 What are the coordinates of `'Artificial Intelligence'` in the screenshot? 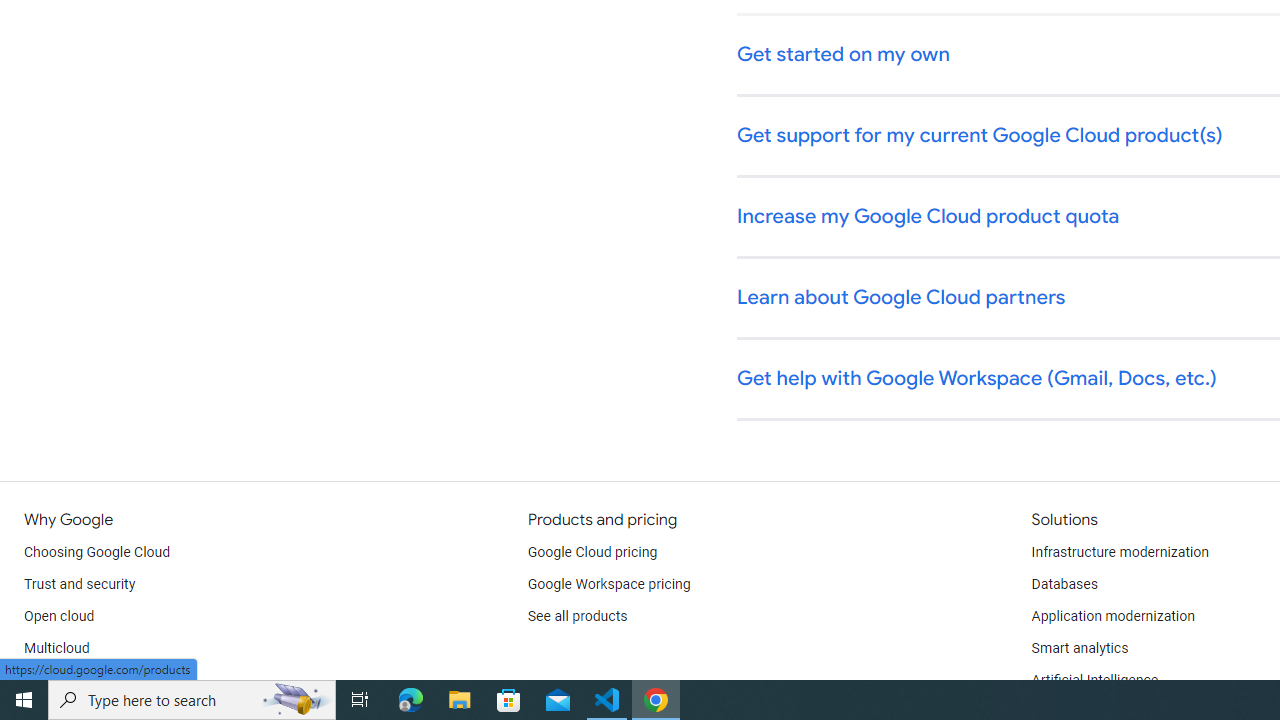 It's located at (1093, 680).